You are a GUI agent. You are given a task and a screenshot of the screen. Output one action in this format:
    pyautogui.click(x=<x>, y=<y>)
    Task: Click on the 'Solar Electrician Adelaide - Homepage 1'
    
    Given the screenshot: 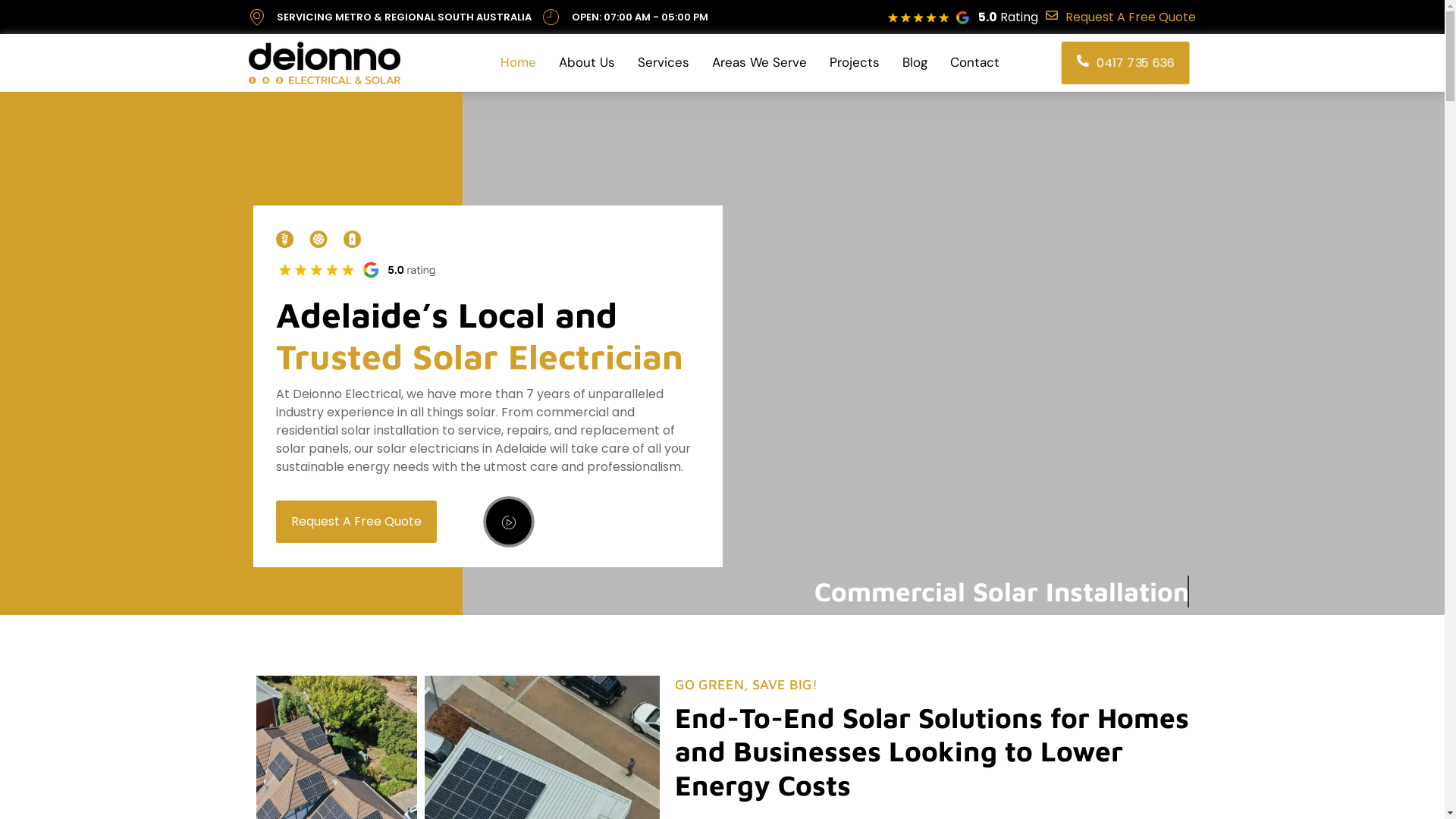 What is the action you would take?
    pyautogui.click(x=276, y=239)
    